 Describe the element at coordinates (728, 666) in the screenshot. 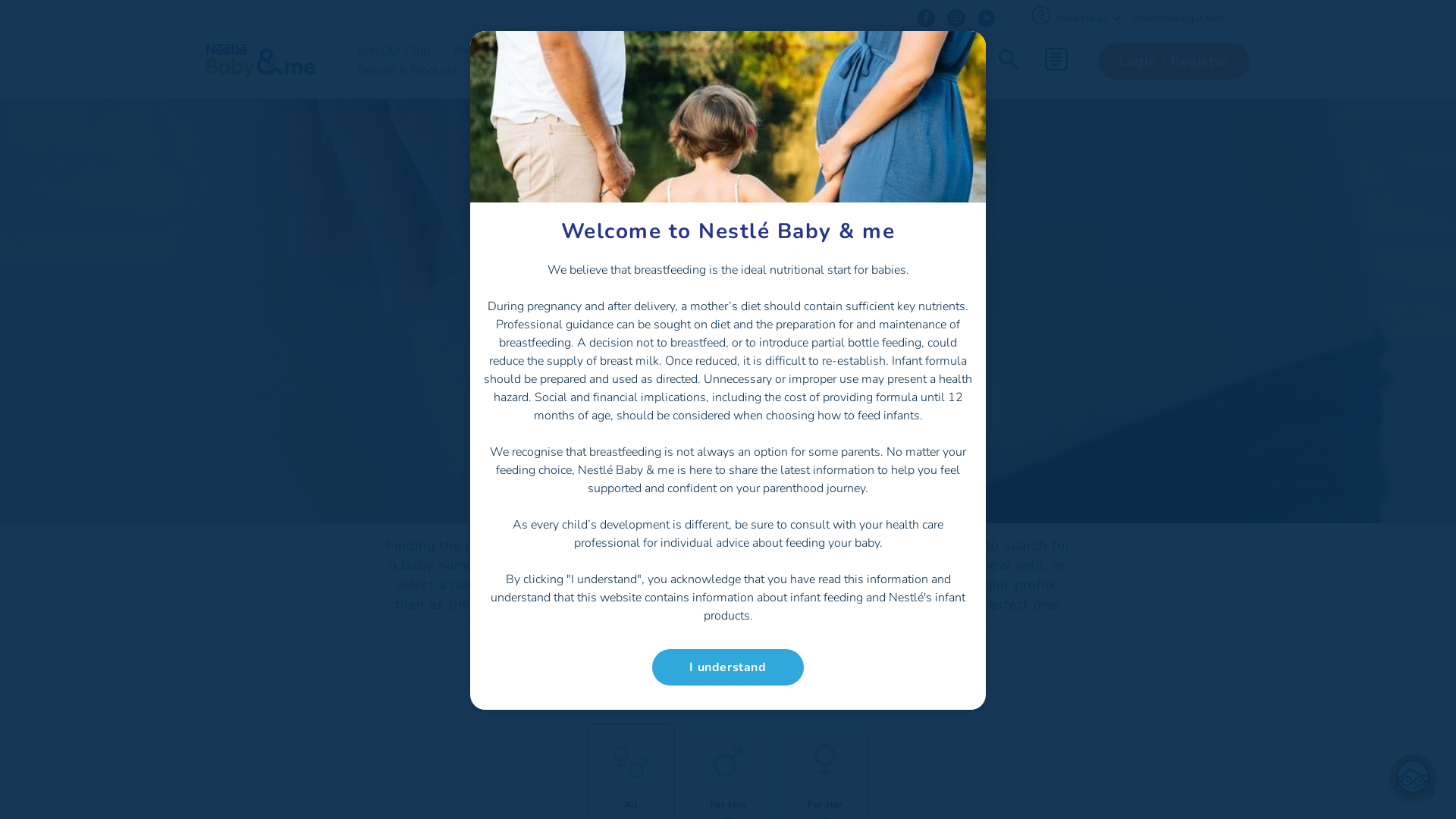

I see `'I understand'` at that location.